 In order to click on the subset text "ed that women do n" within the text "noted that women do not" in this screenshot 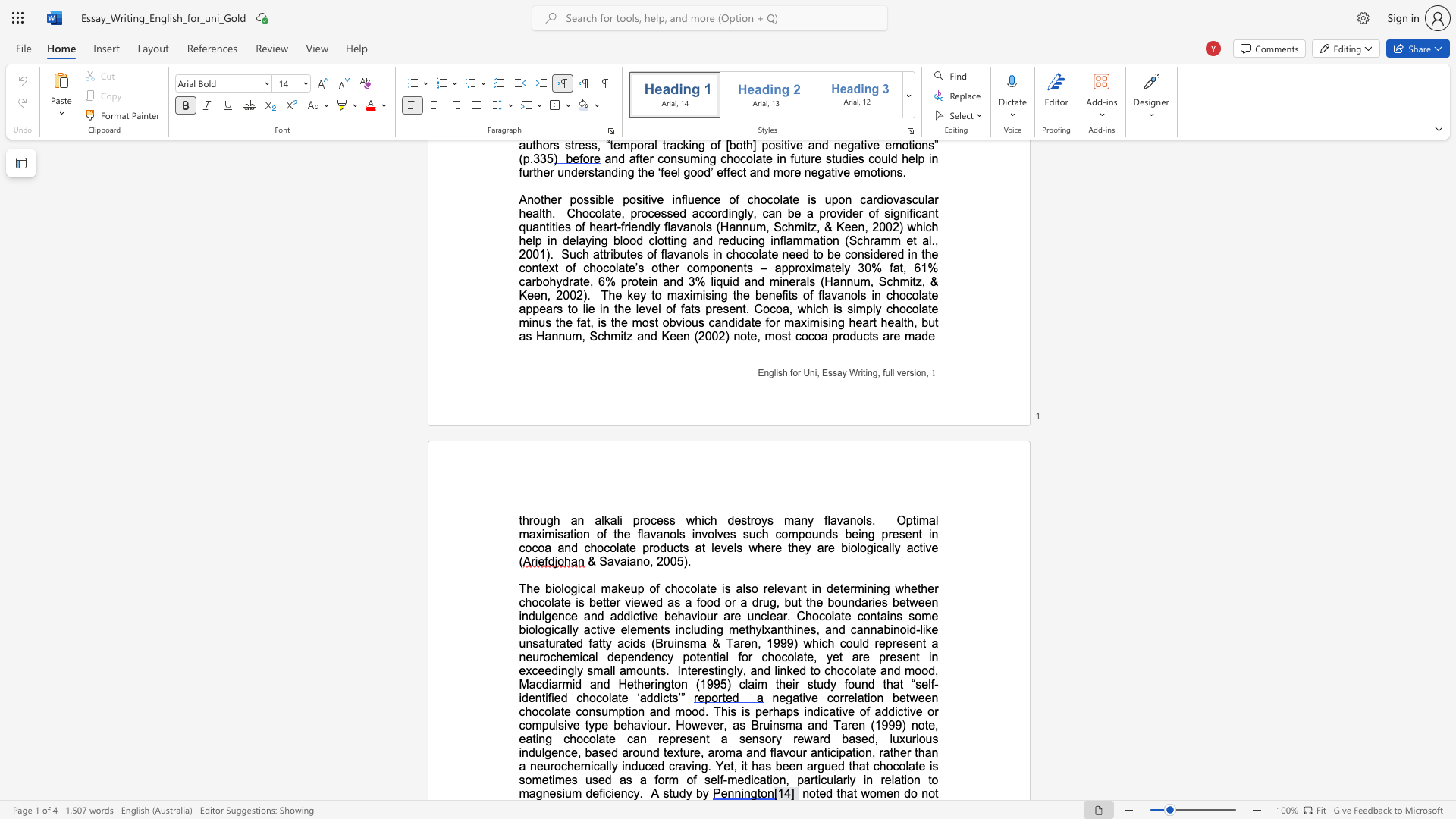, I will do `click(818, 792)`.